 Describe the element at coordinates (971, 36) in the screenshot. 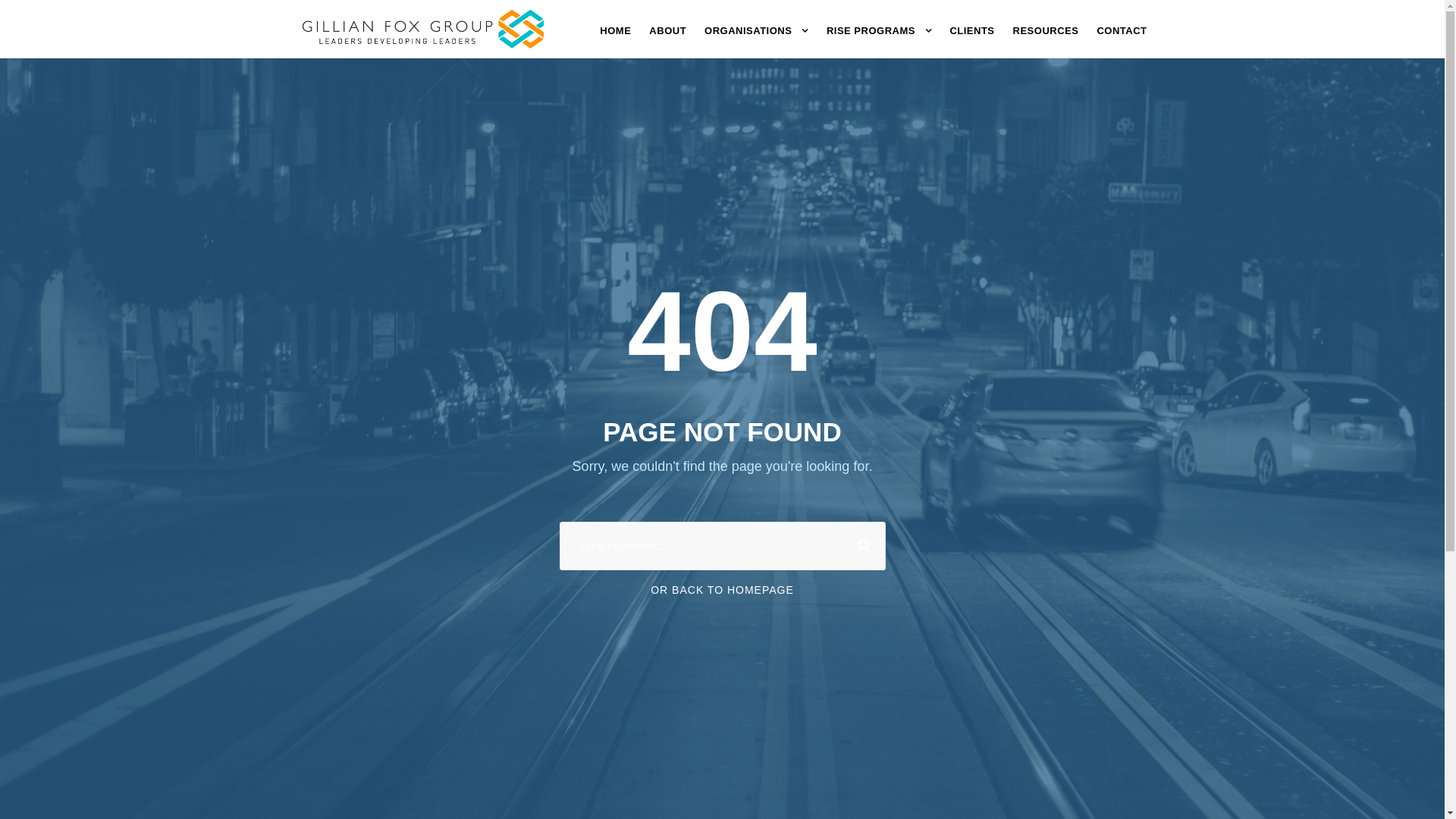

I see `'CLIENTS'` at that location.